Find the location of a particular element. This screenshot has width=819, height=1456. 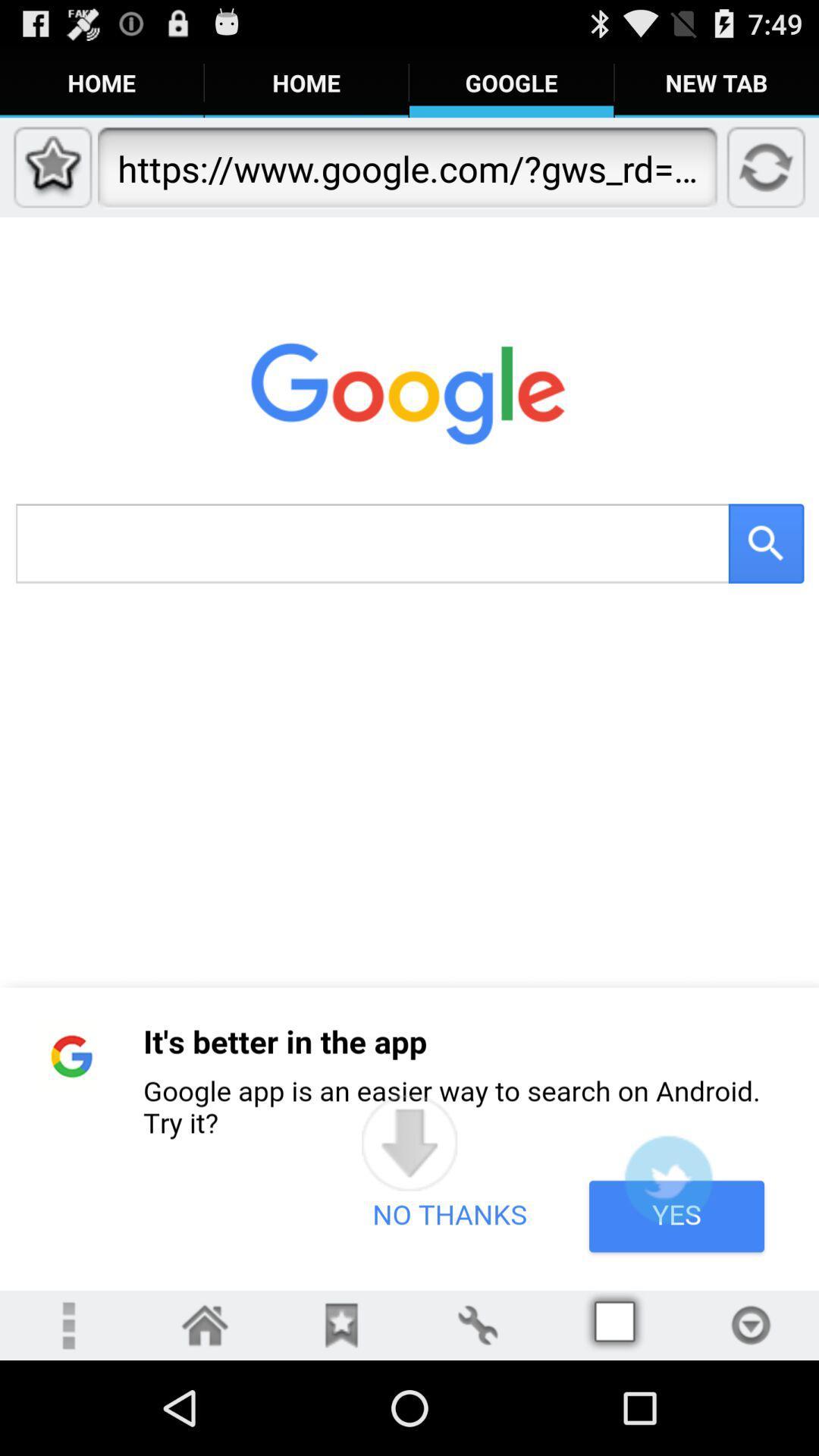

go down is located at coordinates (409, 1143).